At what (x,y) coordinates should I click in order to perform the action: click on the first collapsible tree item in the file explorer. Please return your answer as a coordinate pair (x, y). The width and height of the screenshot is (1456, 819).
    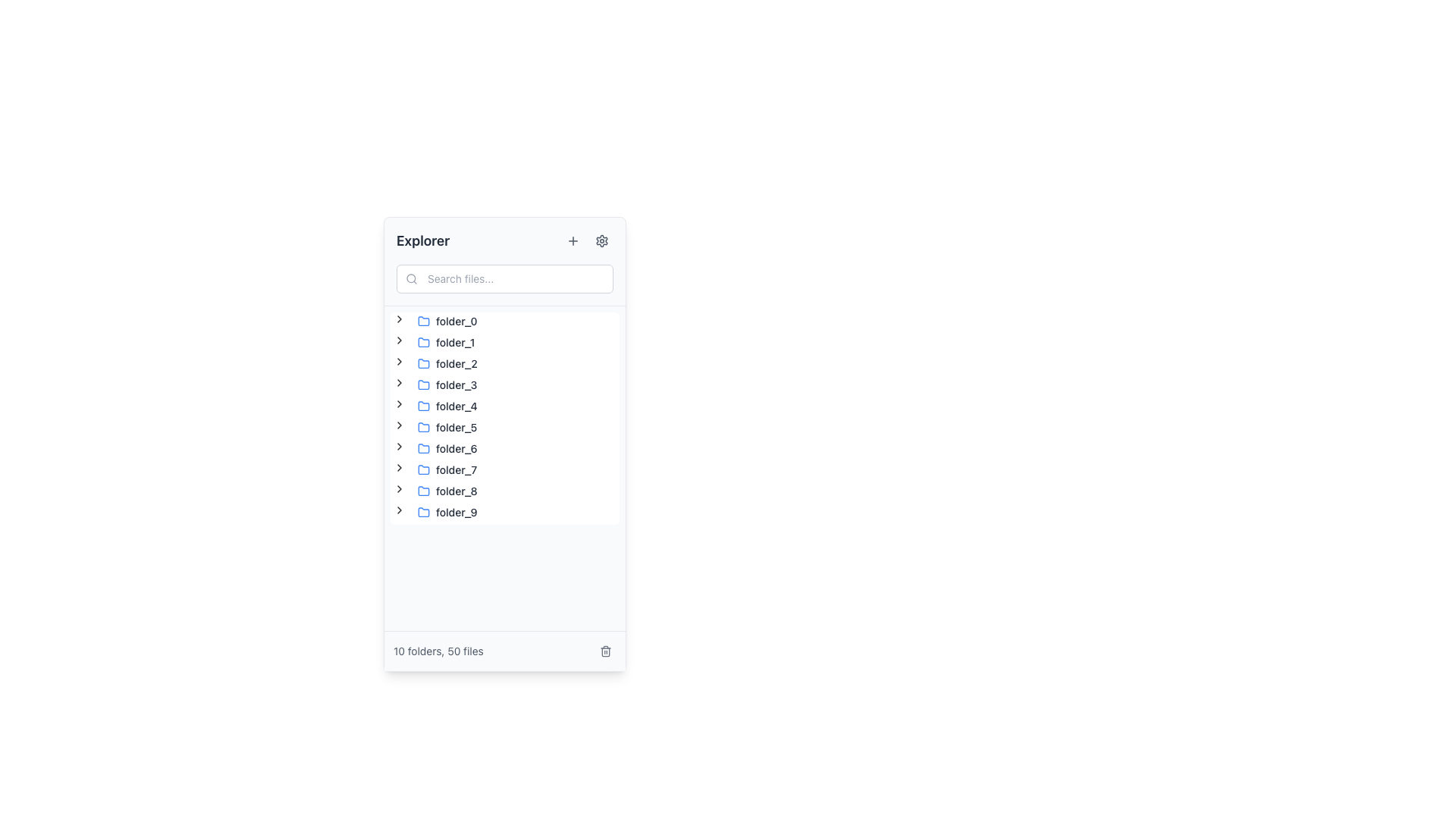
    Looking at the image, I should click on (436, 321).